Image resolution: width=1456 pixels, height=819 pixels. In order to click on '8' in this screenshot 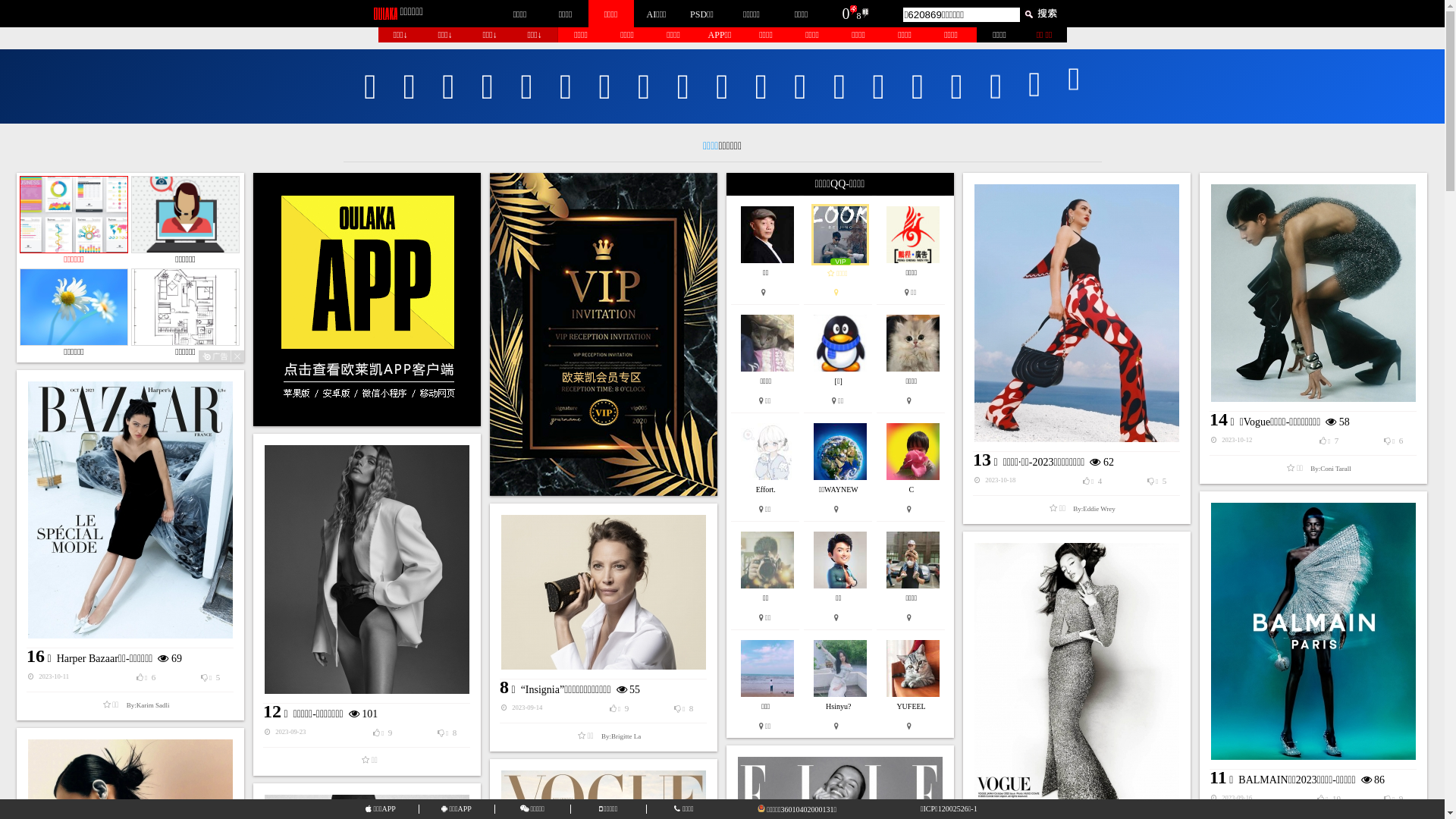, I will do `click(858, 15)`.